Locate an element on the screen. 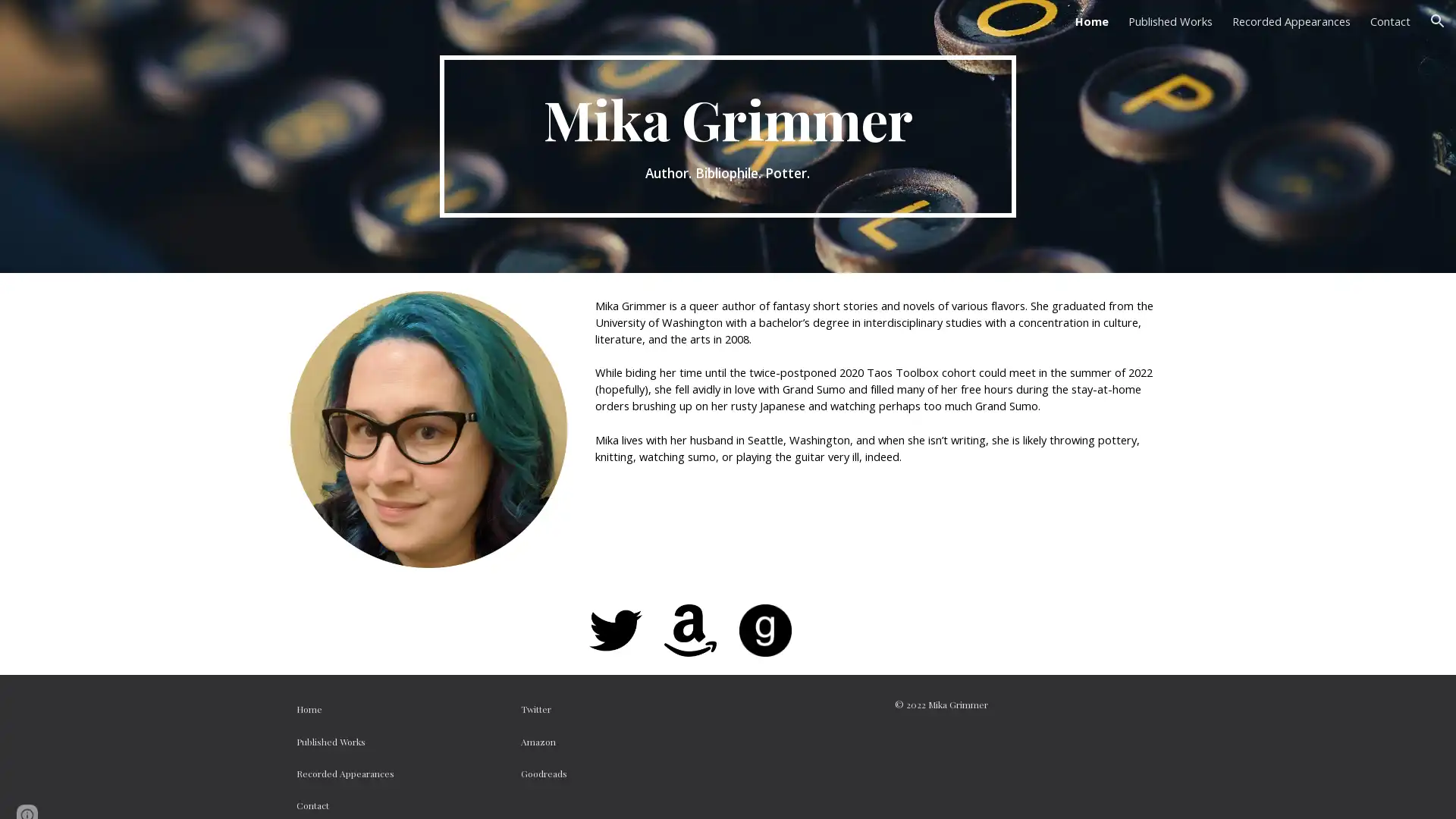  Report abuse is located at coordinates (139, 792).